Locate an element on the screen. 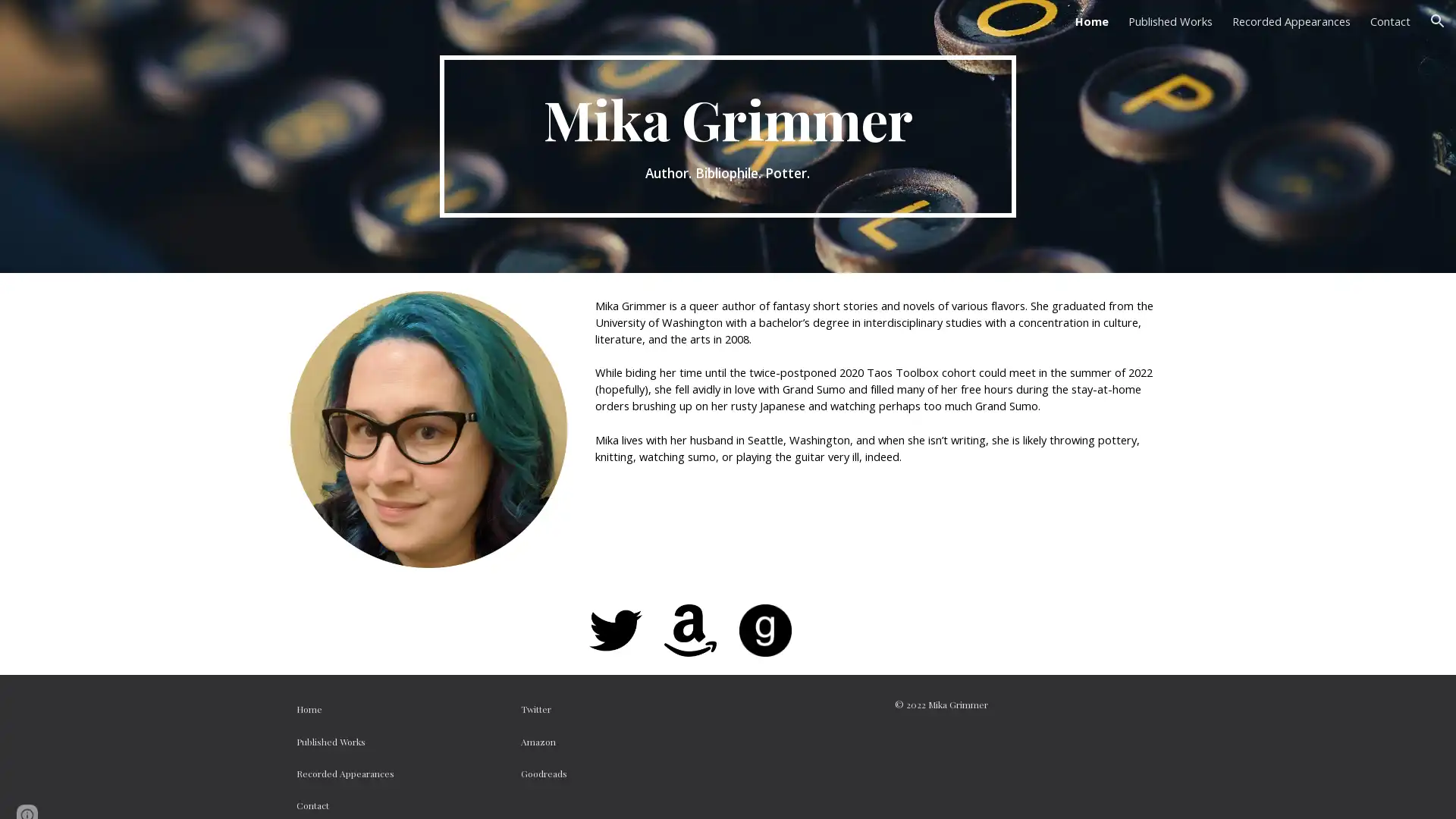  Report abuse is located at coordinates (139, 792).